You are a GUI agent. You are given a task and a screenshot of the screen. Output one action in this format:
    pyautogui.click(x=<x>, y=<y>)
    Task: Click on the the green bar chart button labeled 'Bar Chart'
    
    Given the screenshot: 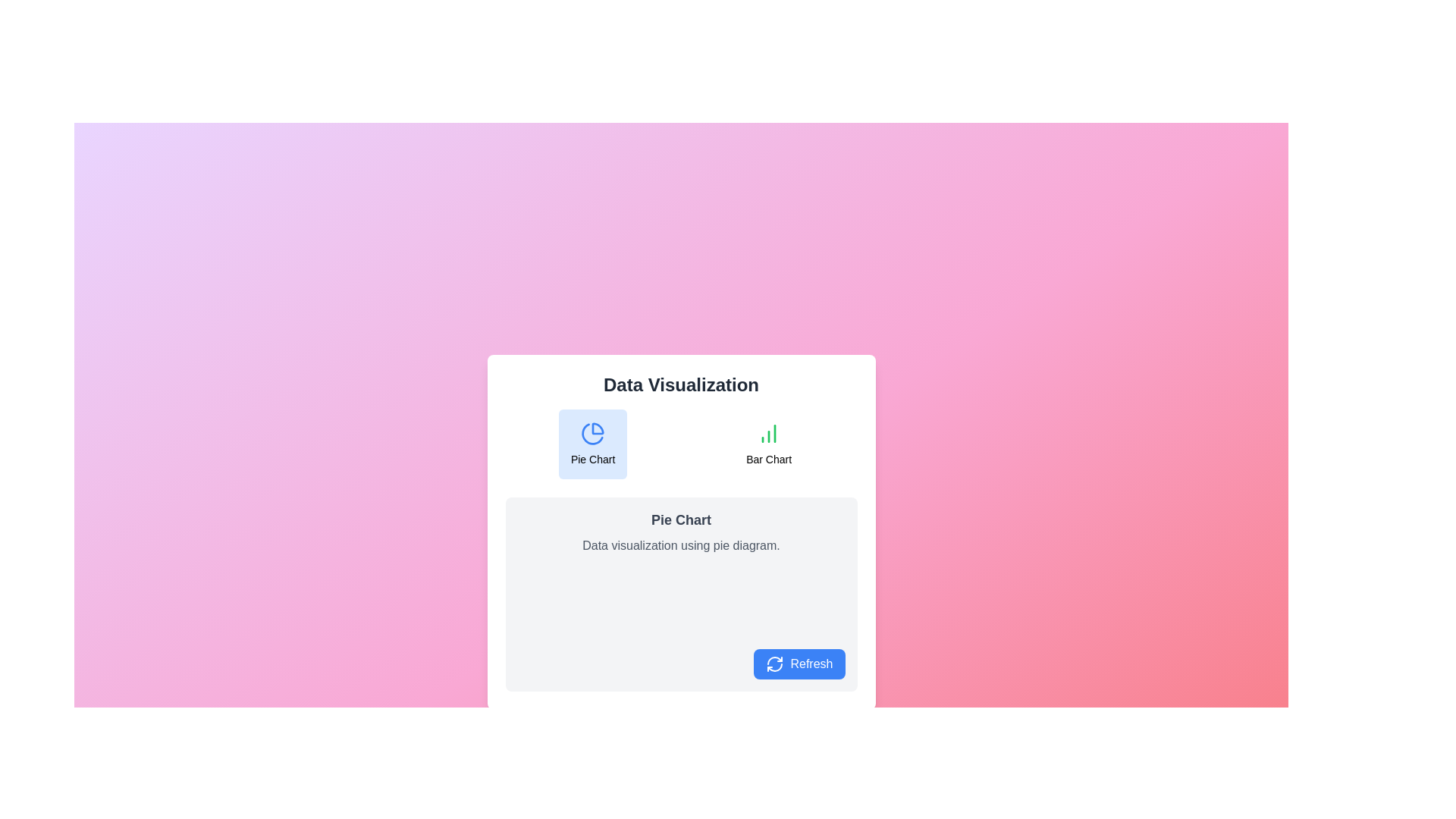 What is the action you would take?
    pyautogui.click(x=769, y=444)
    